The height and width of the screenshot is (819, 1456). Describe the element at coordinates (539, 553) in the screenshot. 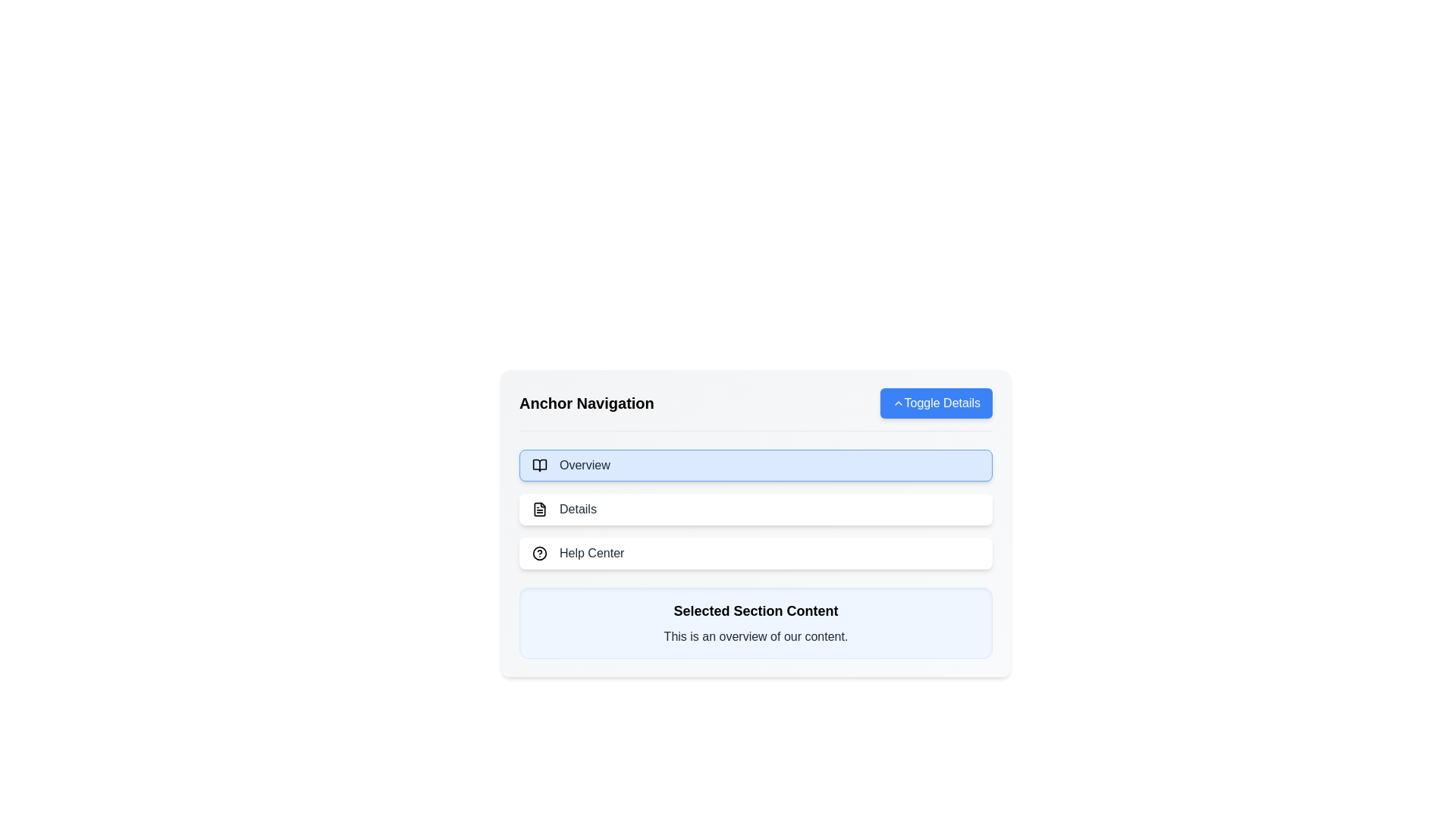

I see `the help icon located immediately to the left of the 'Help Center' text label` at that location.